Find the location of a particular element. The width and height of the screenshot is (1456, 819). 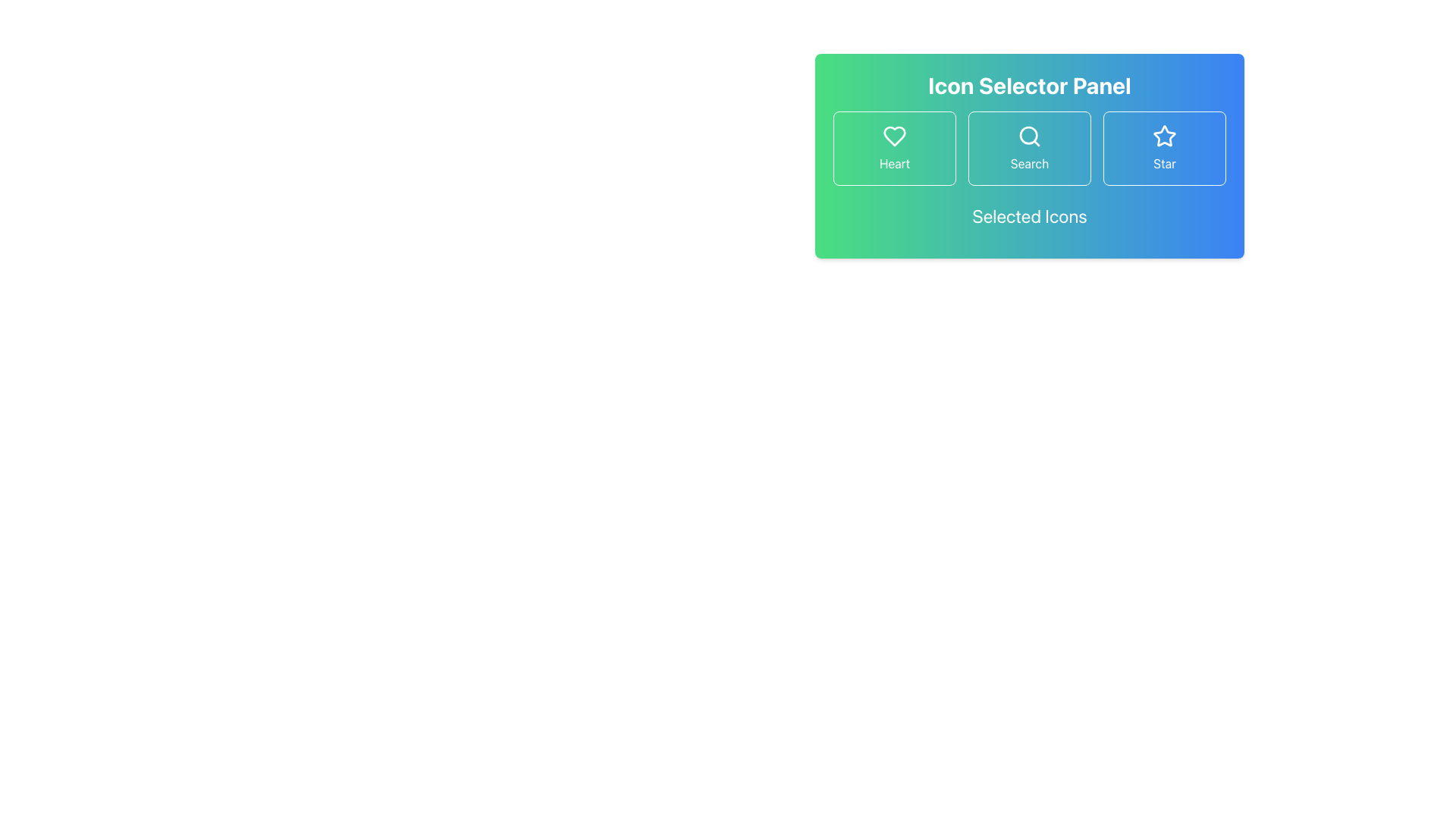

the rectangular blue button with a search icon and 'Search' text to observe the hover effect is located at coordinates (1030, 149).